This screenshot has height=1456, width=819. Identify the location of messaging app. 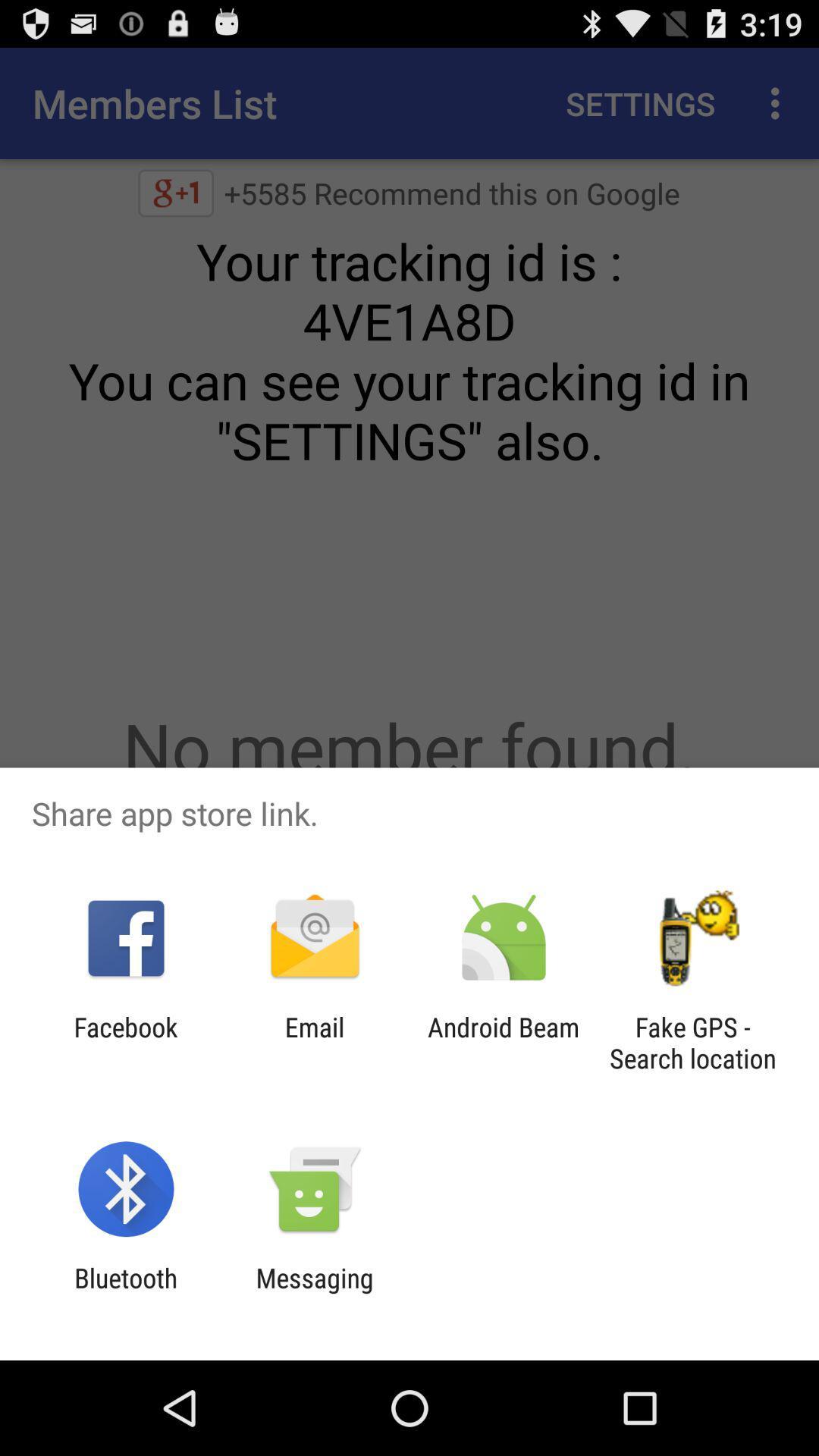
(314, 1293).